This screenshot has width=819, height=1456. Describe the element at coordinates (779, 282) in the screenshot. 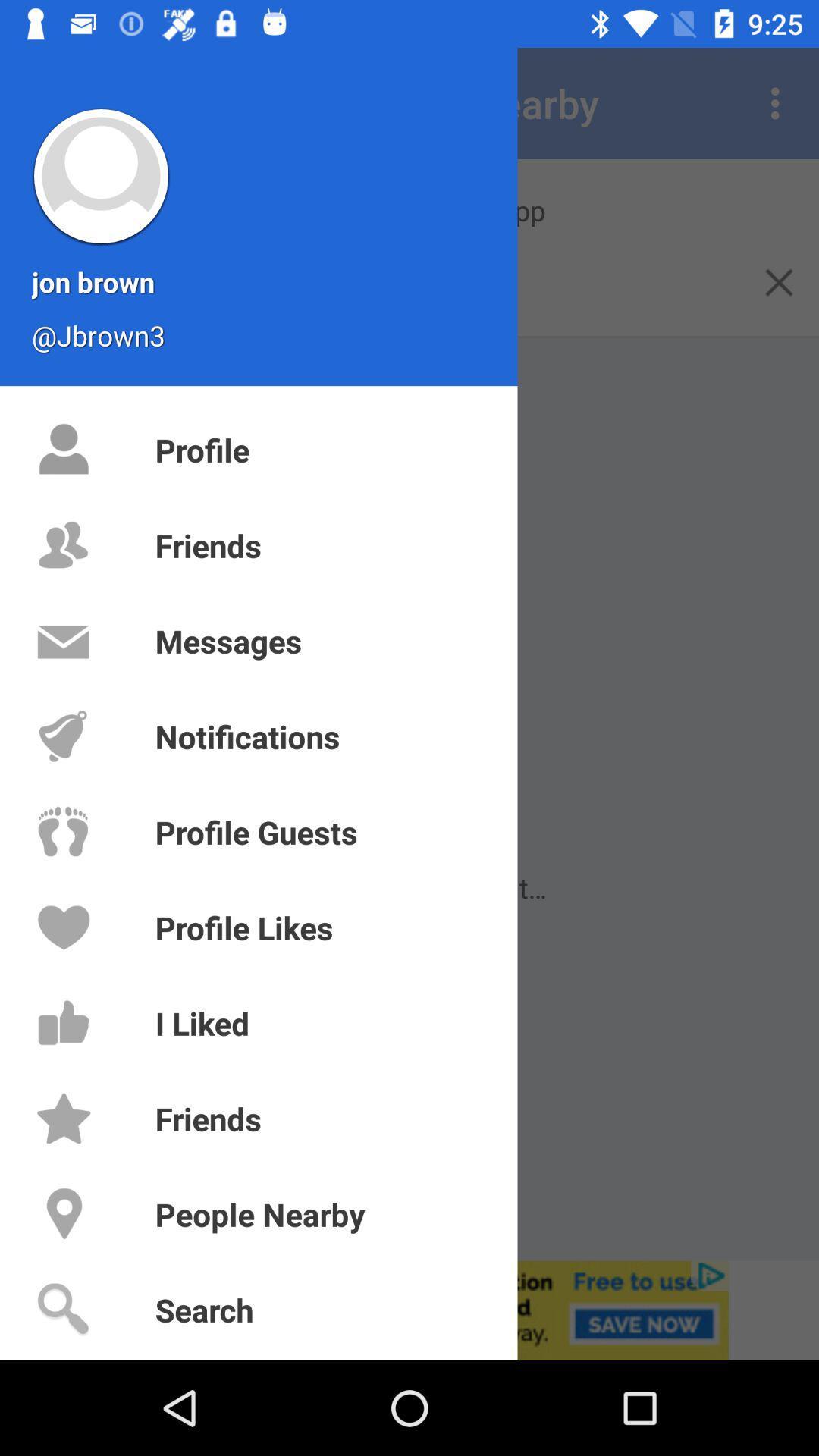

I see `the close icon` at that location.